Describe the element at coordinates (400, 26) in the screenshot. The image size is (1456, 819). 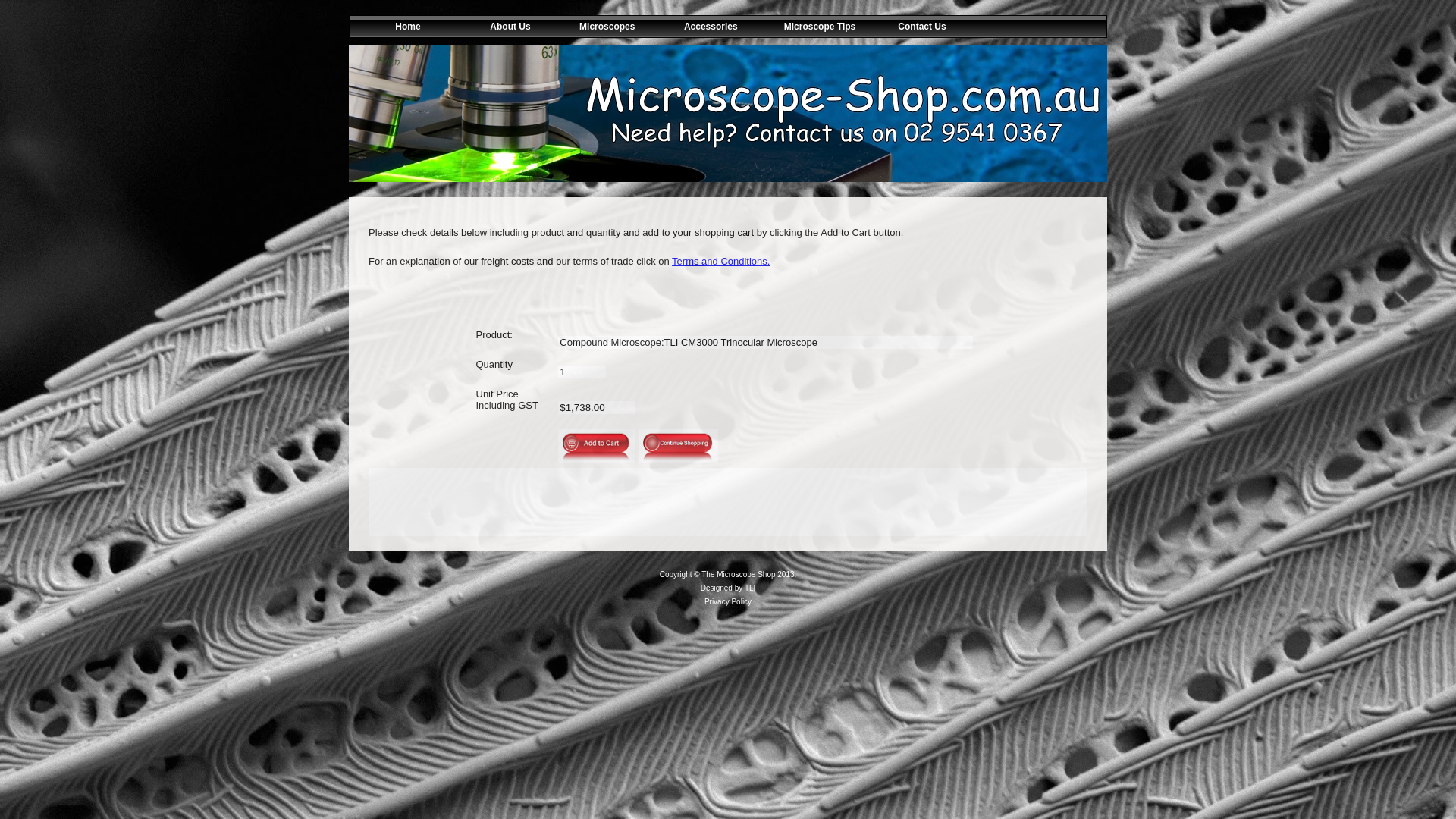
I see `'Home'` at that location.